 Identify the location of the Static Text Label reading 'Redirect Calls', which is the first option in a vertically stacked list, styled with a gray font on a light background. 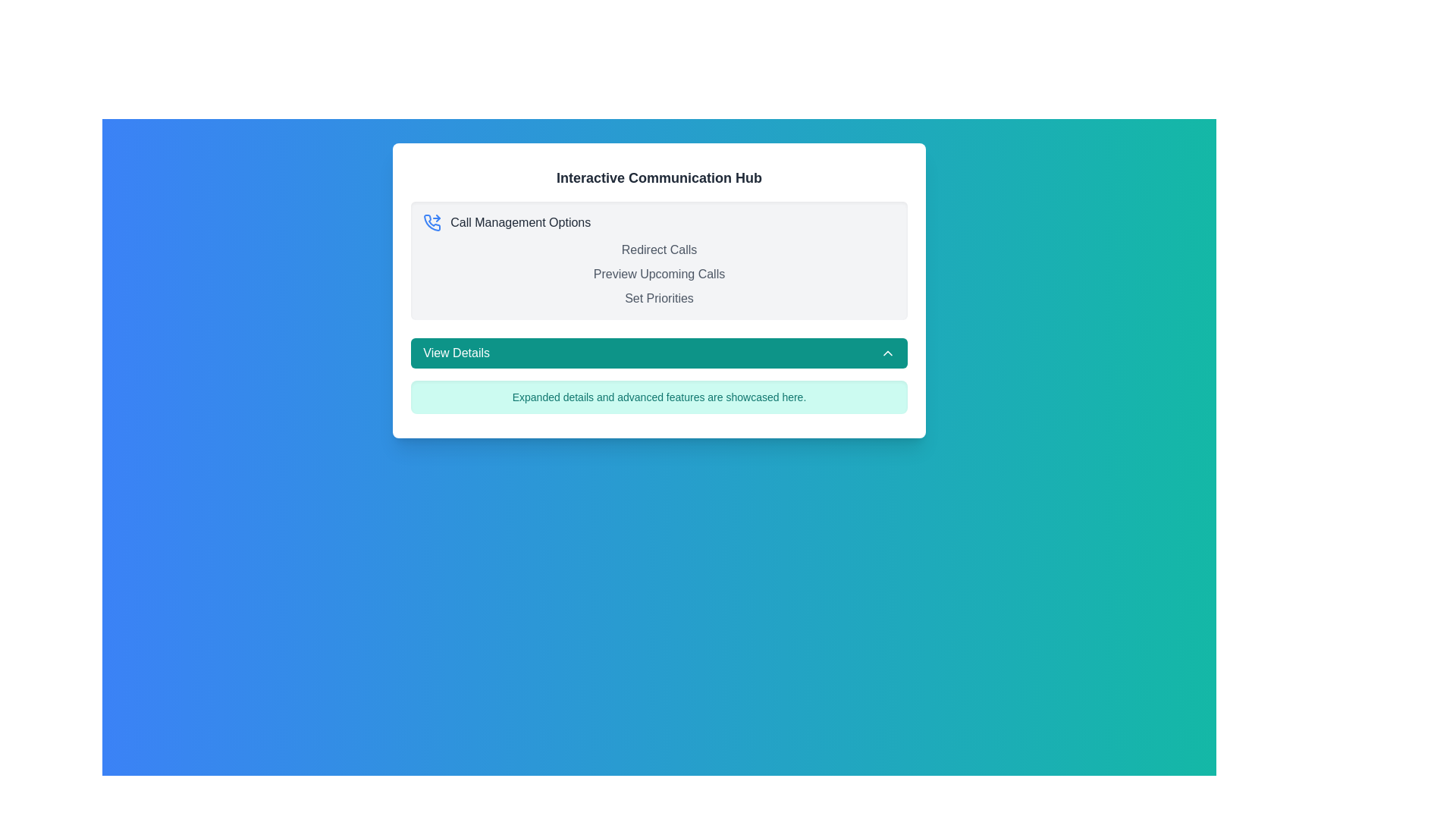
(659, 249).